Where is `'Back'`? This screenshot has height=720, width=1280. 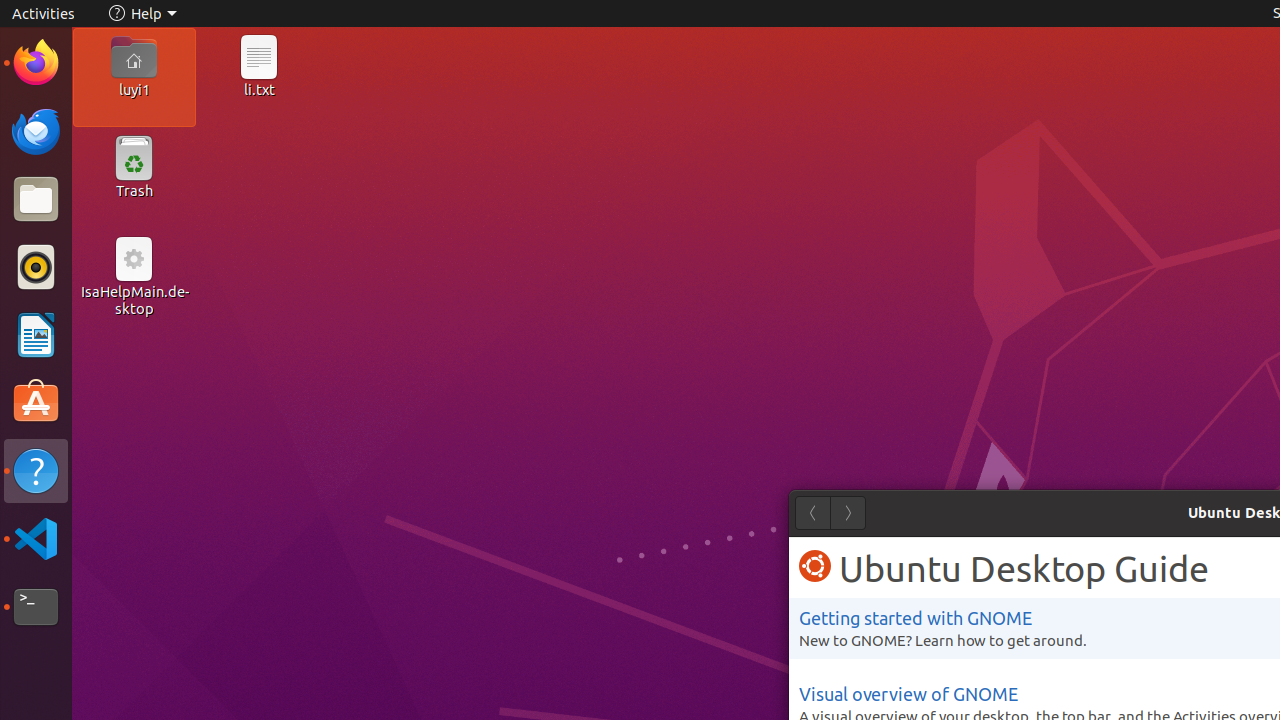 'Back' is located at coordinates (812, 512).